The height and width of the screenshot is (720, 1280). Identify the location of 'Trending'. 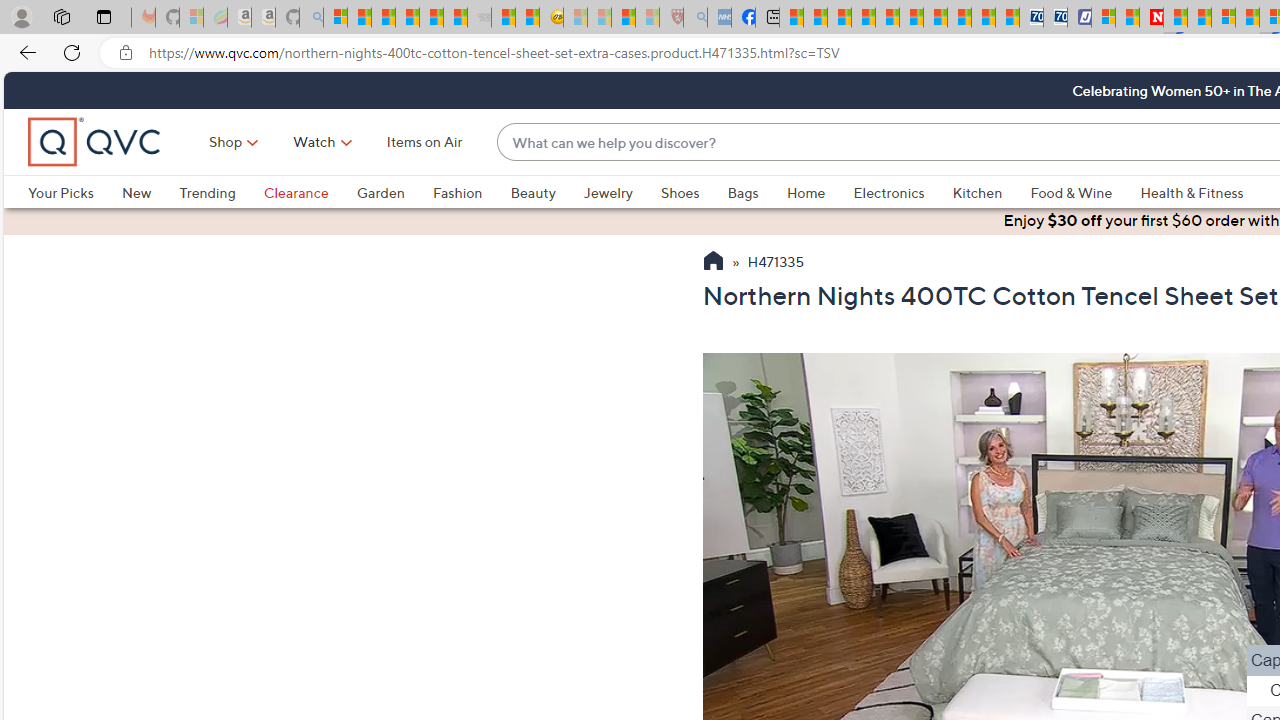
(221, 192).